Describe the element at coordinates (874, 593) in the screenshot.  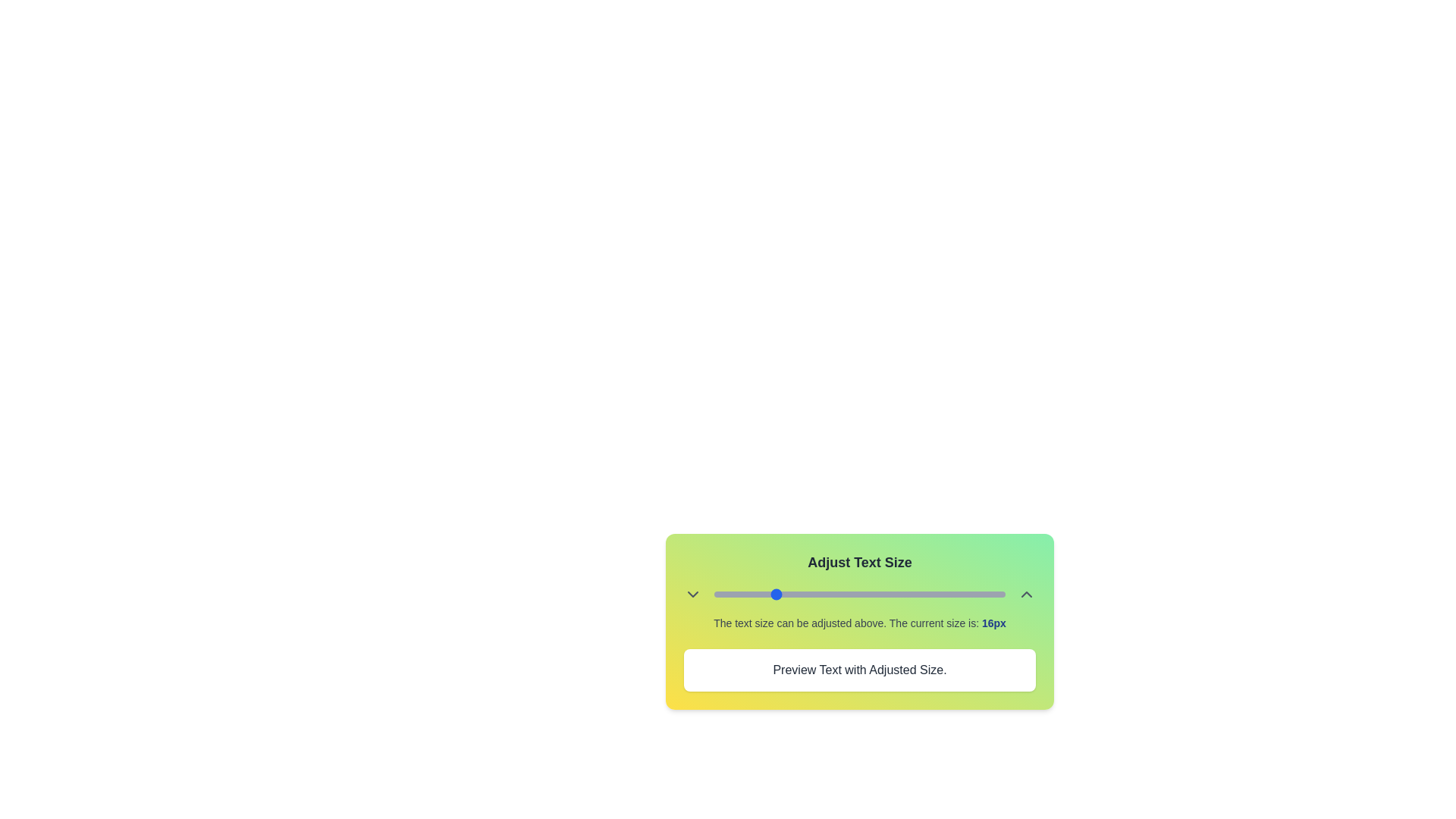
I see `the text size to 30px using the slider` at that location.